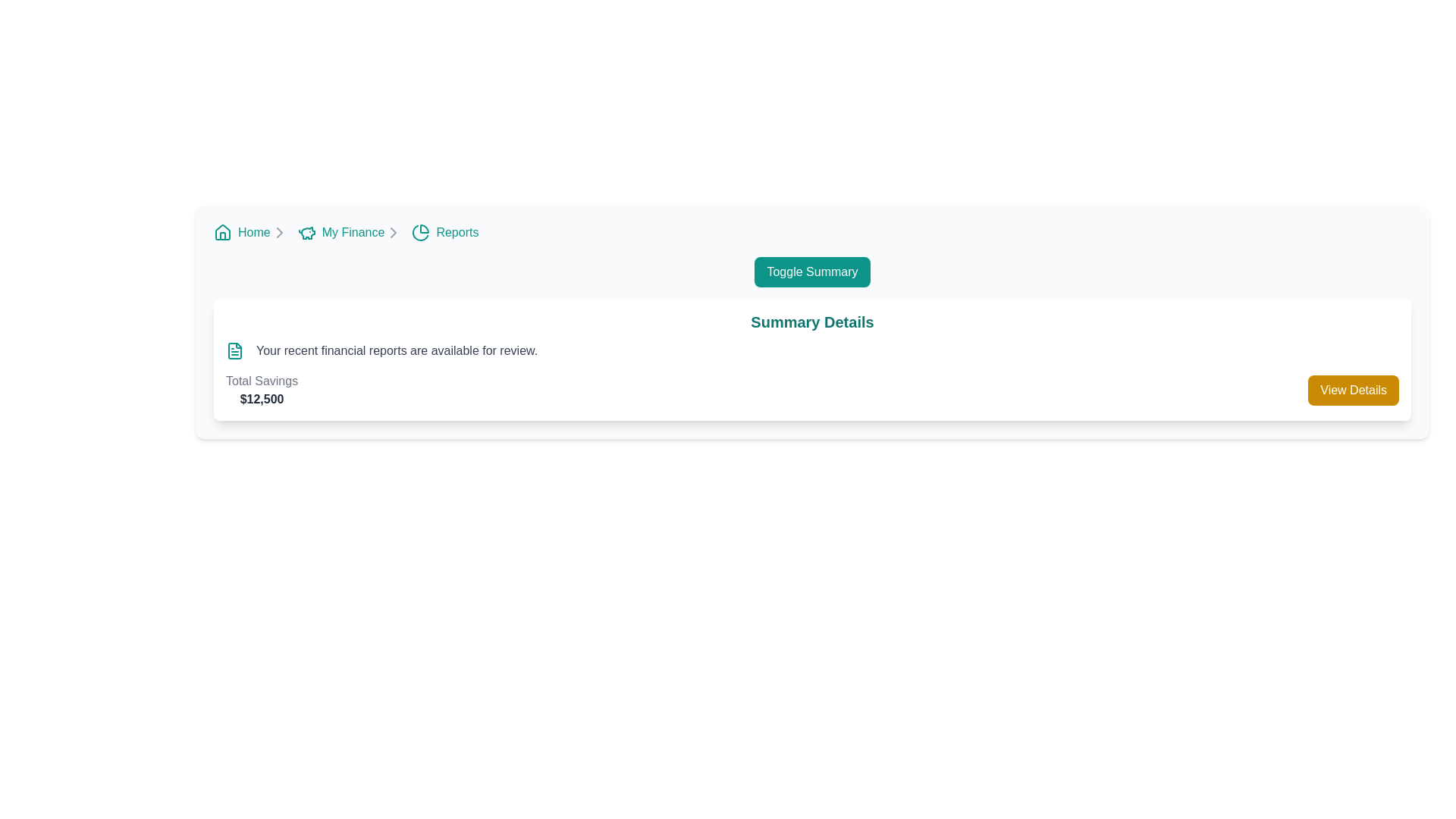  I want to click on the red-filled circular shape representing a pie chart slice within the 'Reports' icon, located to the right of the 'My Finance' breadcrumb, so click(425, 228).